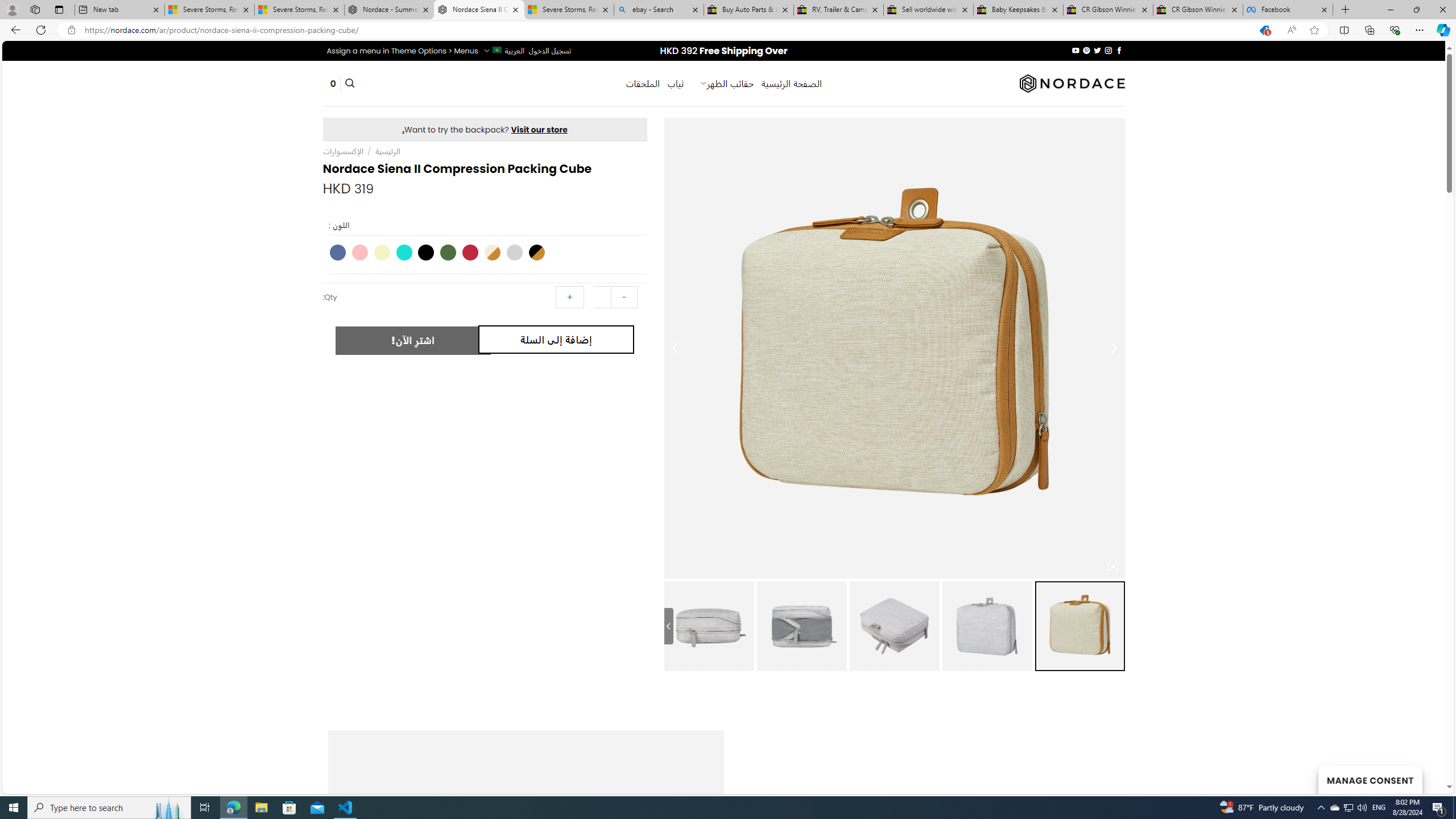 The height and width of the screenshot is (819, 1456). Describe the element at coordinates (40, 29) in the screenshot. I see `'Refresh'` at that location.